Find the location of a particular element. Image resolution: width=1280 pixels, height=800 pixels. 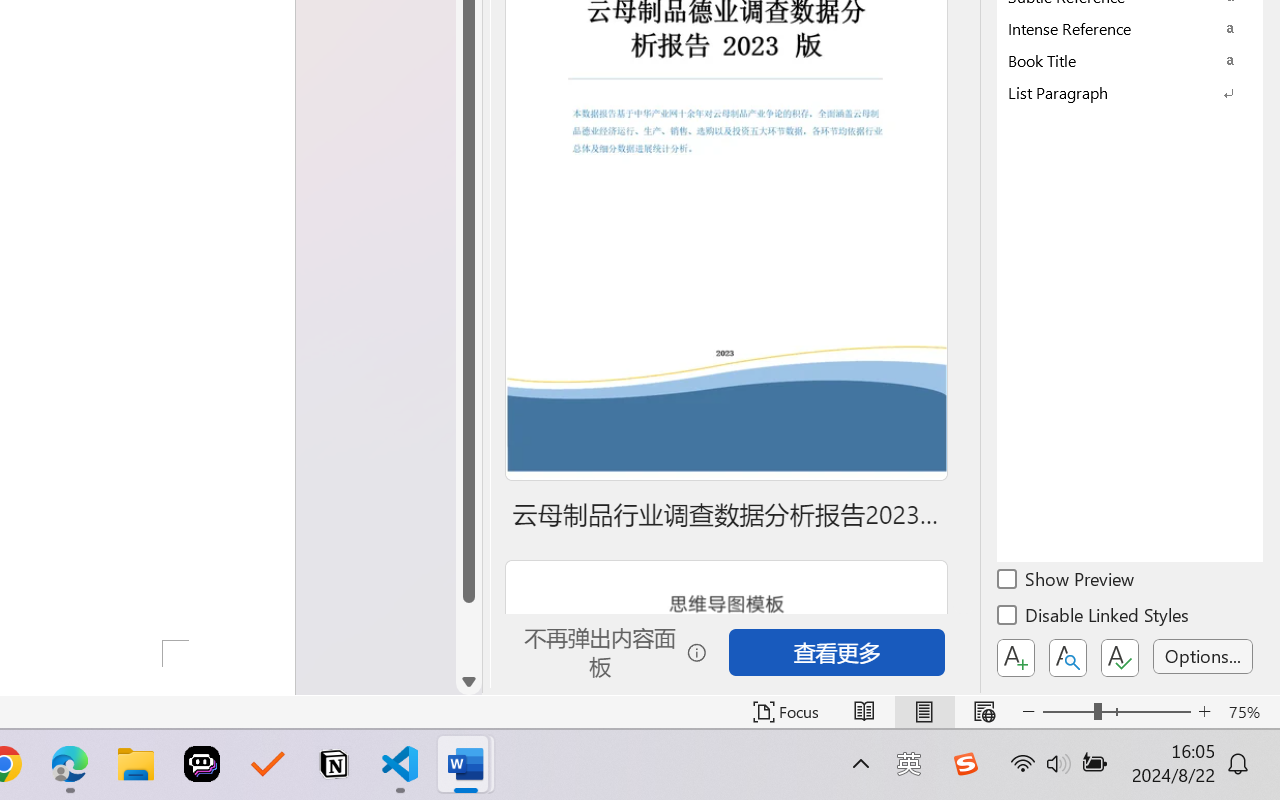

'Read Mode' is located at coordinates (864, 711).